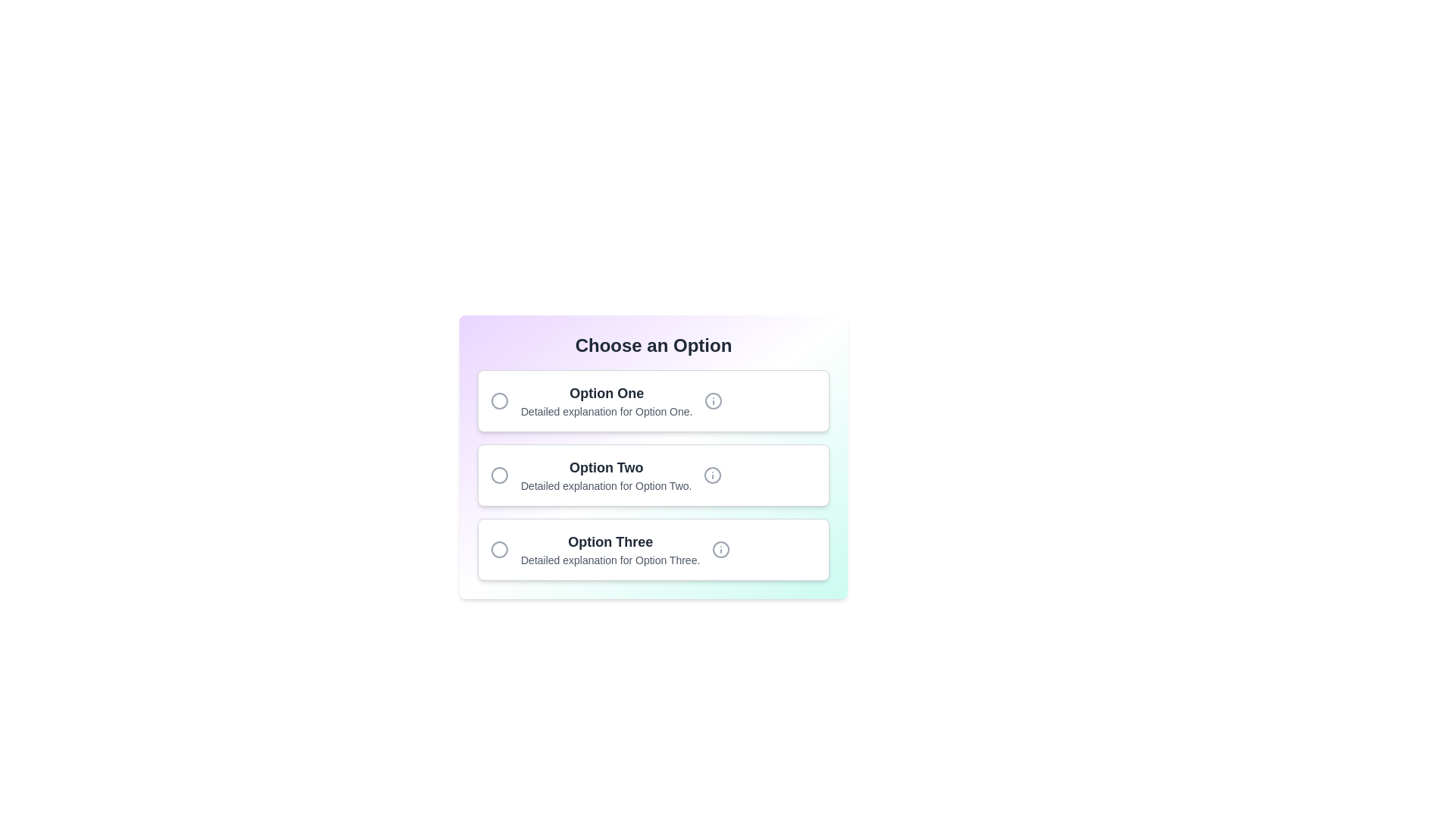 This screenshot has width=1456, height=819. What do you see at coordinates (499, 475) in the screenshot?
I see `the circular outline radio button in the second option row labeled 'Option Two'` at bounding box center [499, 475].